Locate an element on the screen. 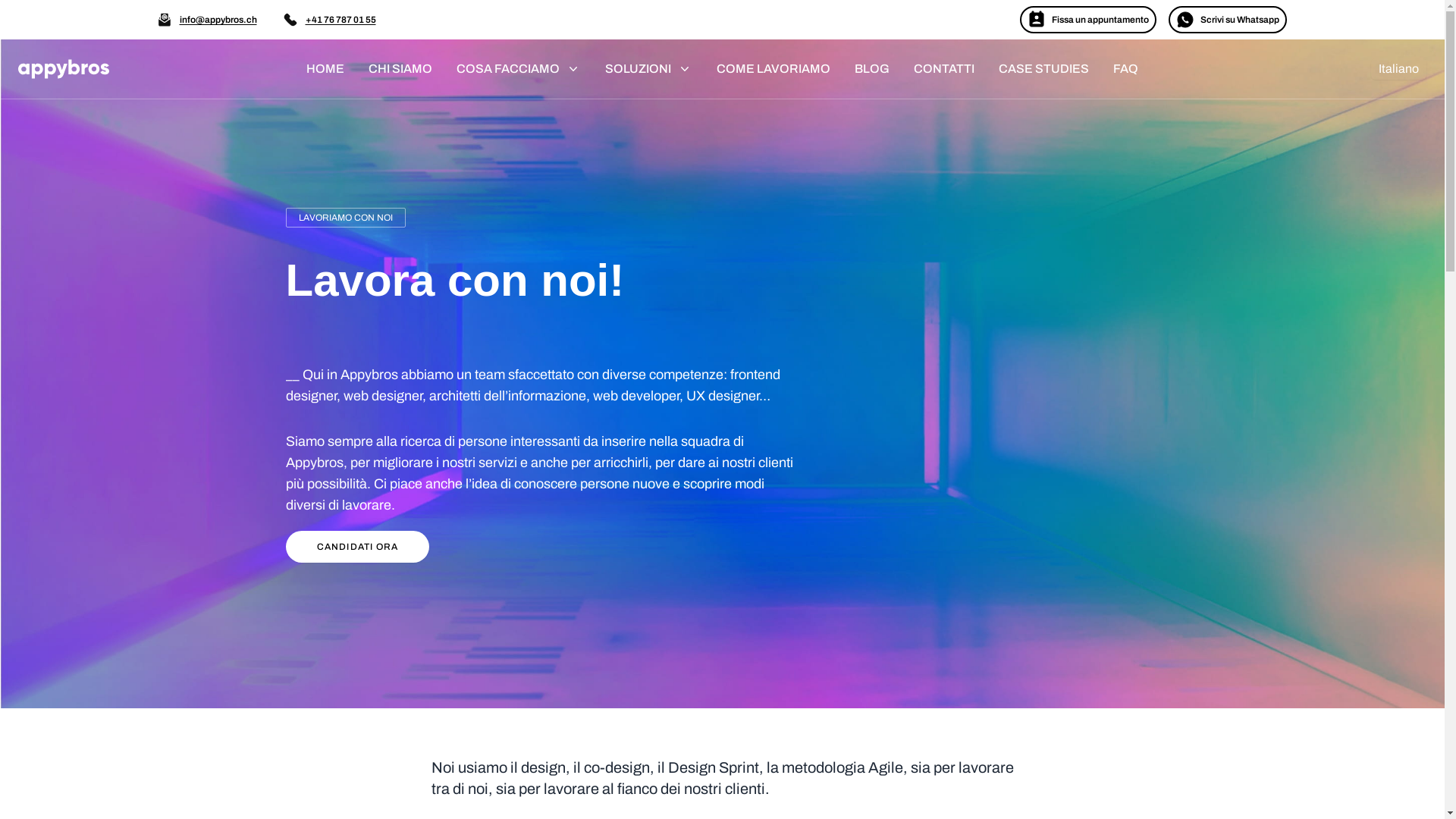 This screenshot has width=1456, height=819. 'Scrivi su Whatsapp' is located at coordinates (1226, 20).